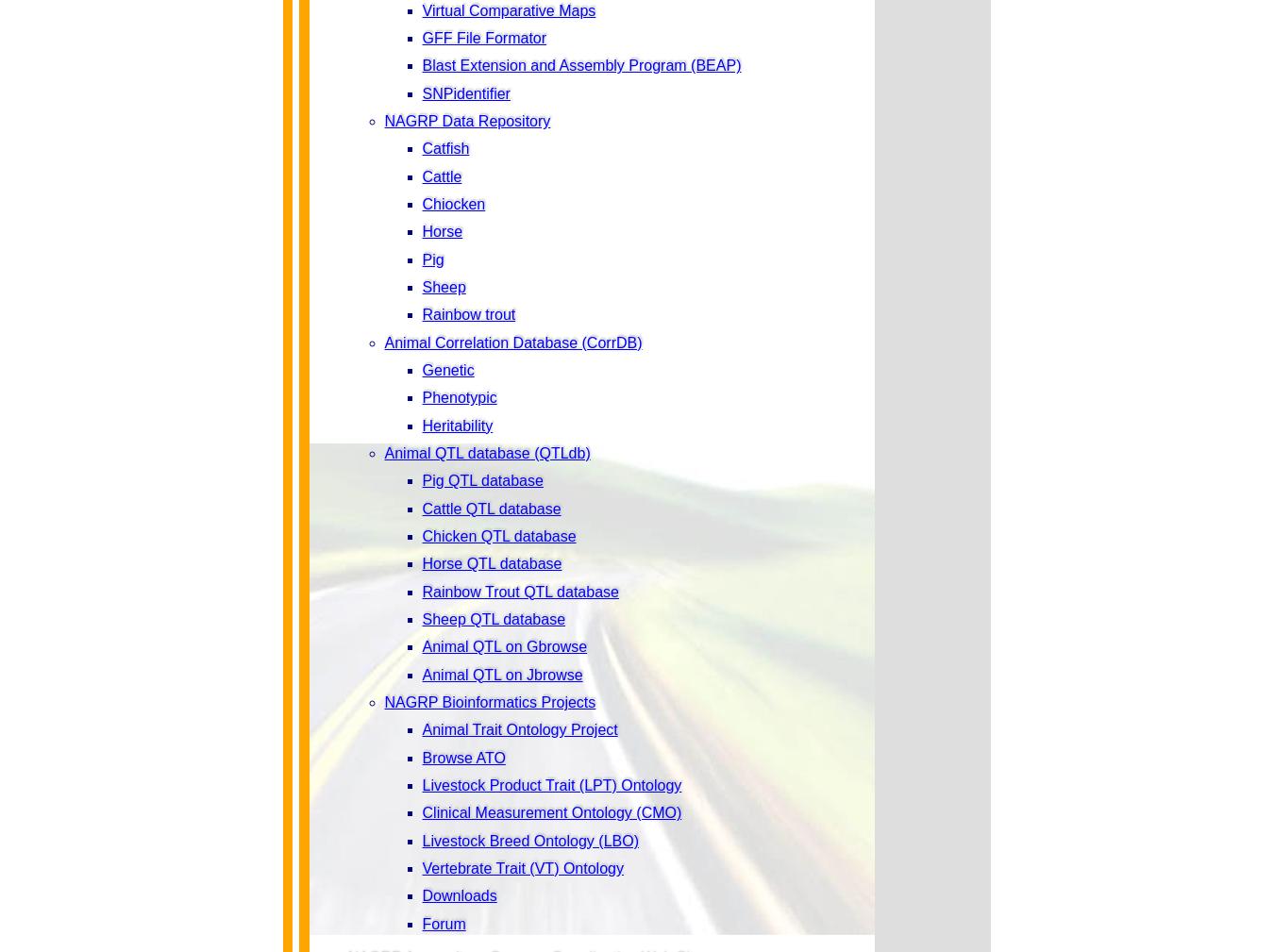 This screenshot has height=952, width=1274. What do you see at coordinates (431, 258) in the screenshot?
I see `'Pig'` at bounding box center [431, 258].